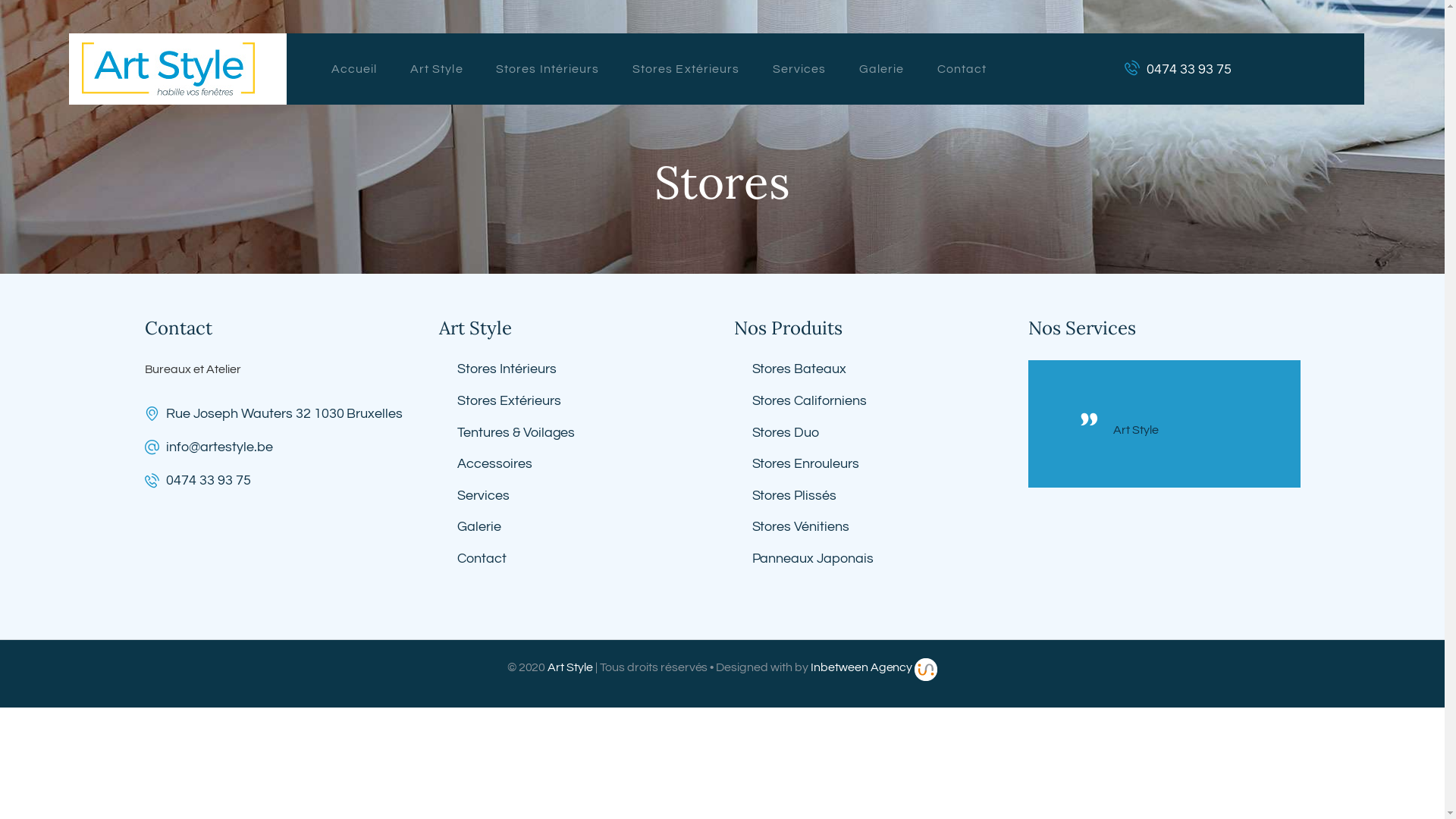 This screenshot has width=1456, height=819. Describe the element at coordinates (218, 446) in the screenshot. I see `'info@artestyle.be'` at that location.